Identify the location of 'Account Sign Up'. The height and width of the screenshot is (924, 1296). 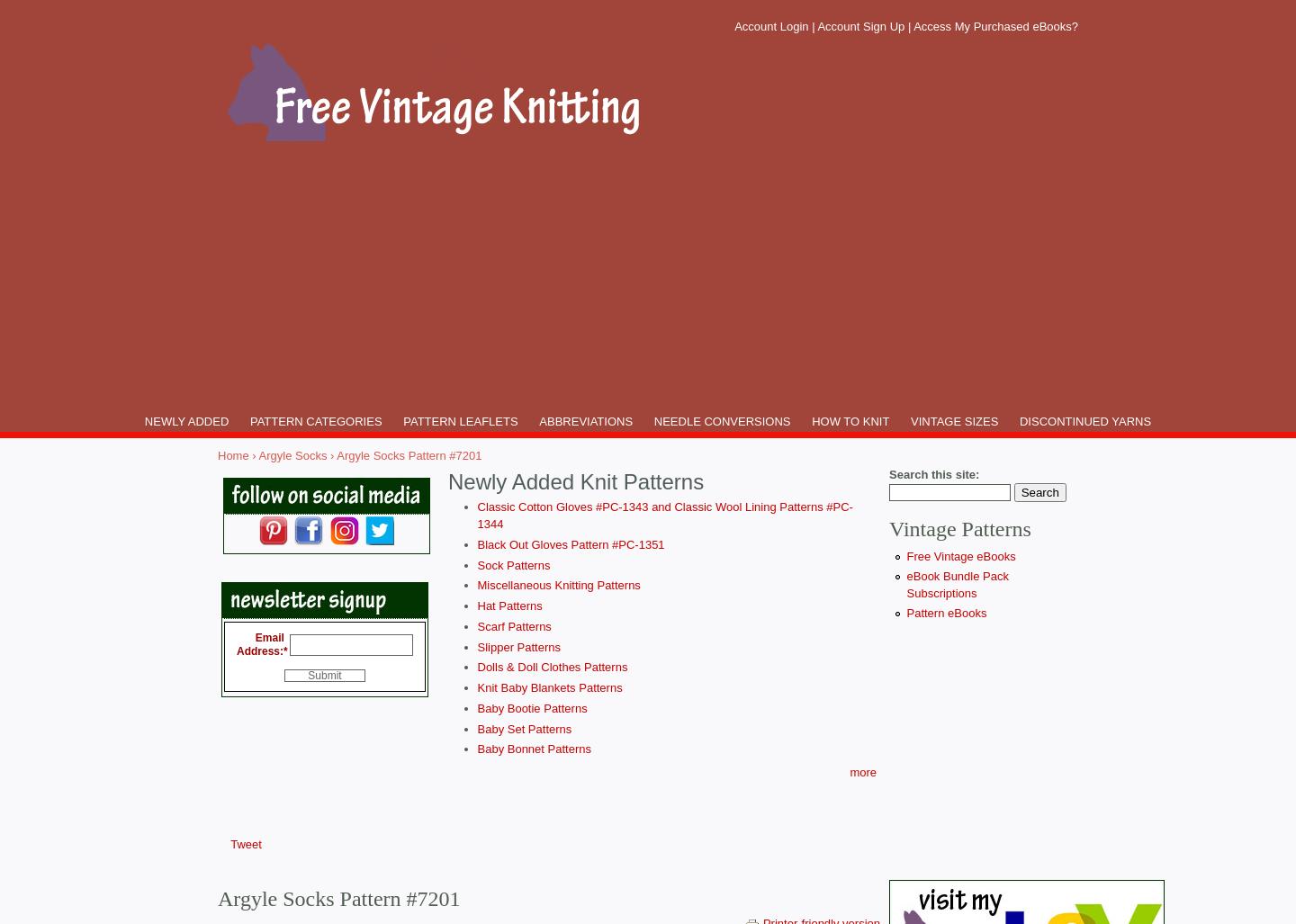
(860, 25).